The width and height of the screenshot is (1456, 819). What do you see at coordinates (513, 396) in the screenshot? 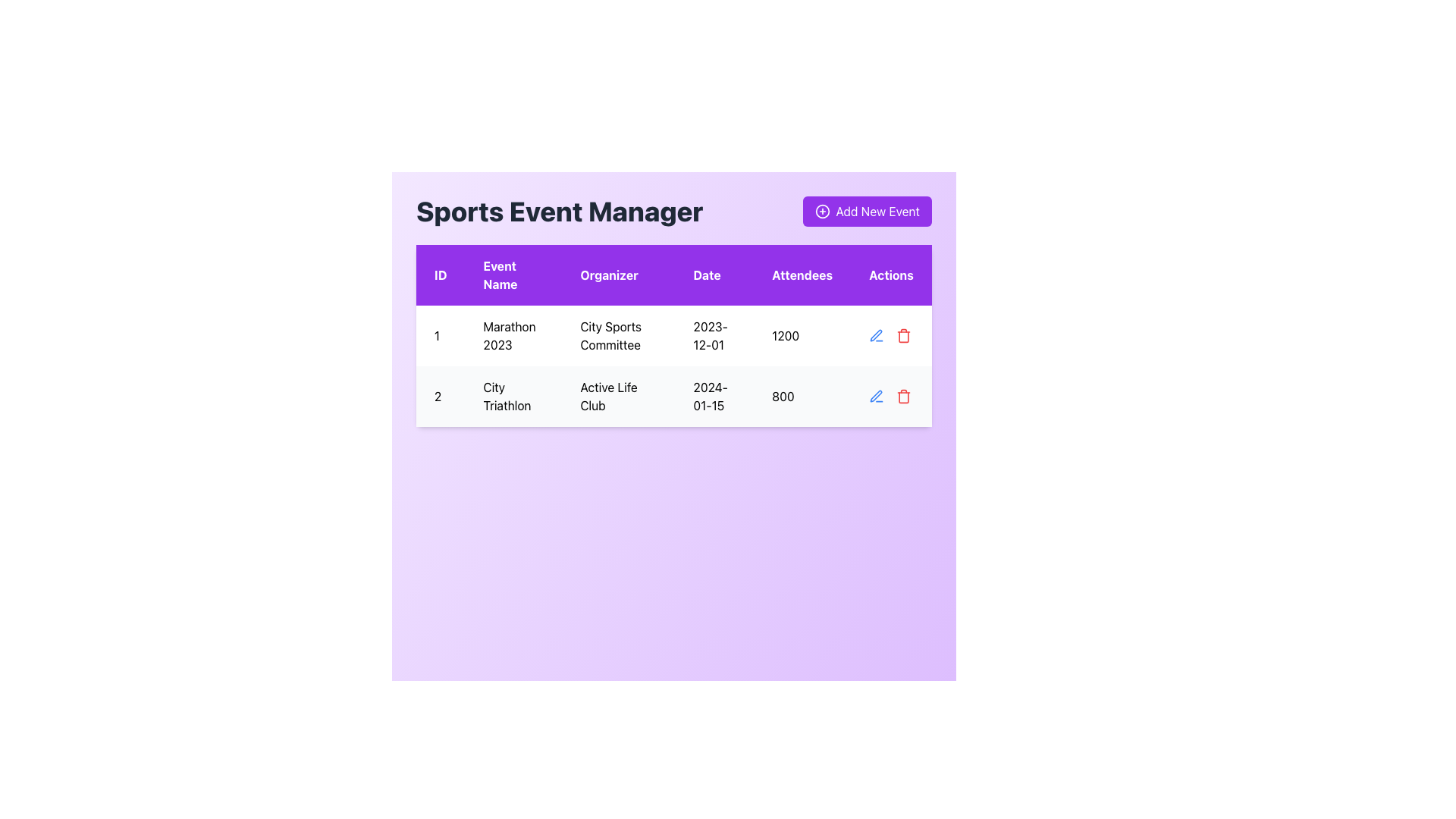
I see `the static text element displaying 'City Triathlon', which is located in the second row of the table under the 'Event Name' column` at bounding box center [513, 396].